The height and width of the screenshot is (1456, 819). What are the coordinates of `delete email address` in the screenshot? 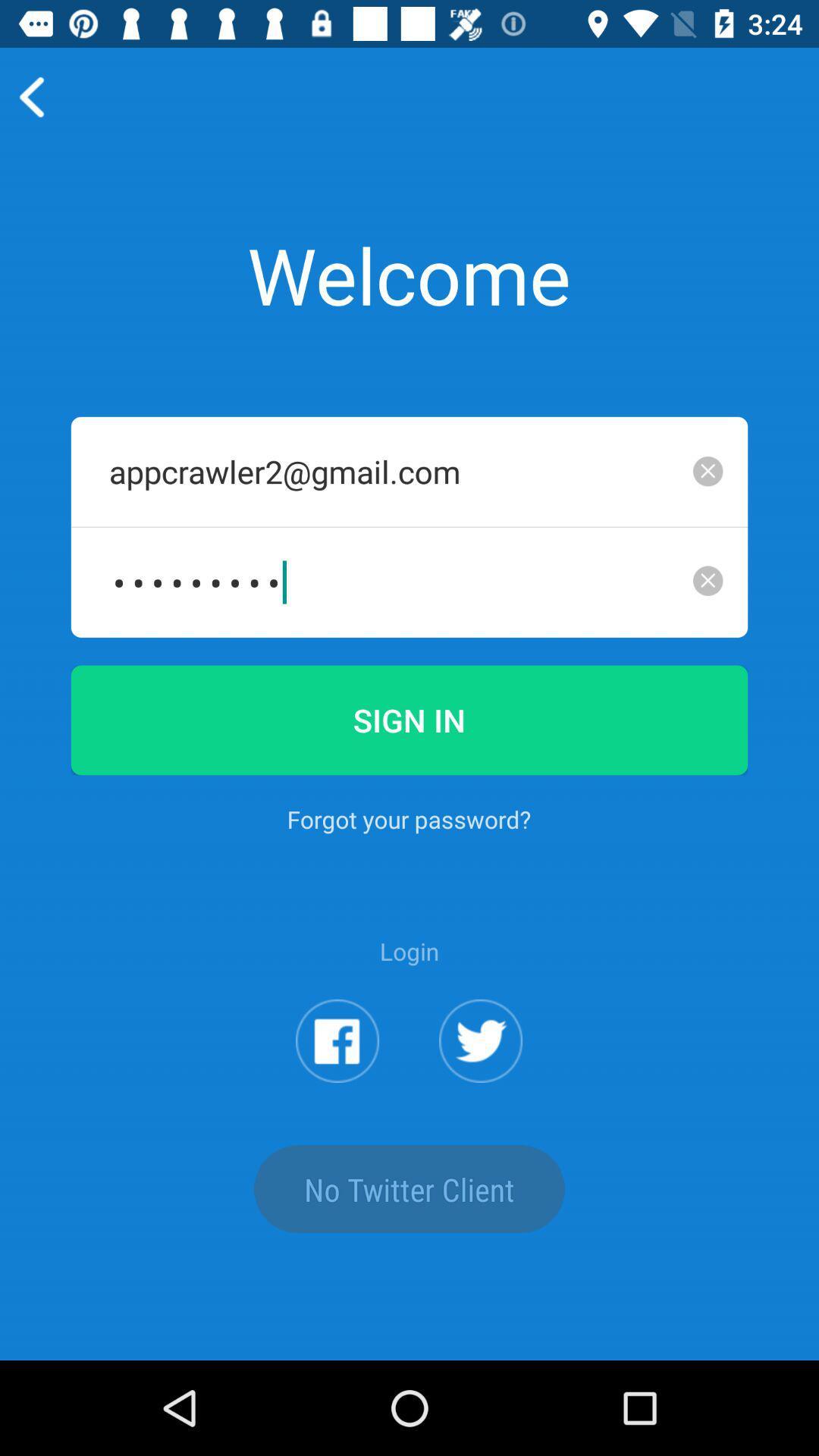 It's located at (708, 470).